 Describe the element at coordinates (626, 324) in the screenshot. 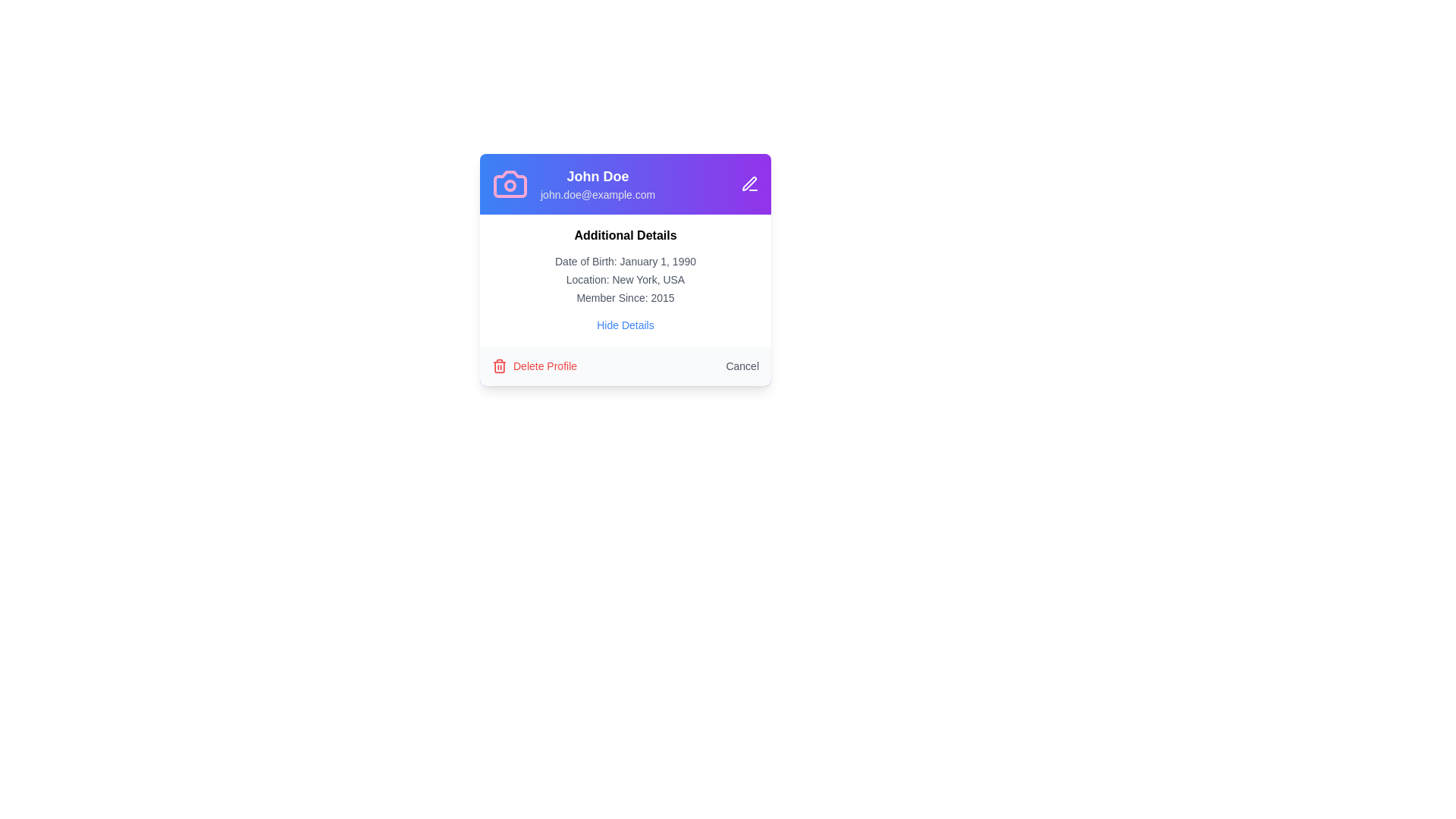

I see `the textual link styled in smaller font size, blue color, and underlined, labeled 'Hide Details', located at the bottom of the user information section` at that location.